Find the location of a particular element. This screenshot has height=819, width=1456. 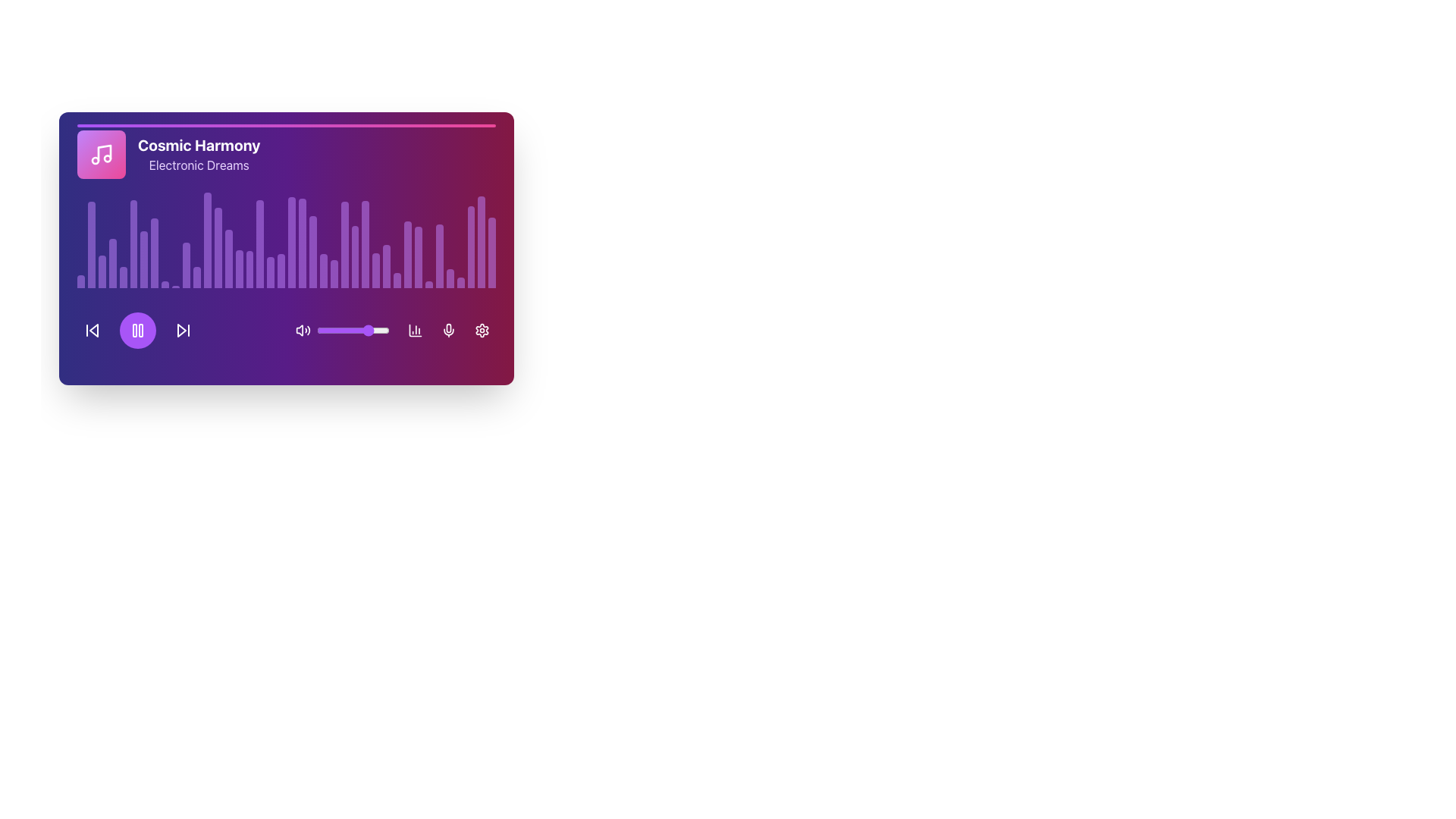

the 22nd vertical bar of the bar chart, which has a purple background, to use it as a visual representation within the music-themed widget is located at coordinates (302, 243).